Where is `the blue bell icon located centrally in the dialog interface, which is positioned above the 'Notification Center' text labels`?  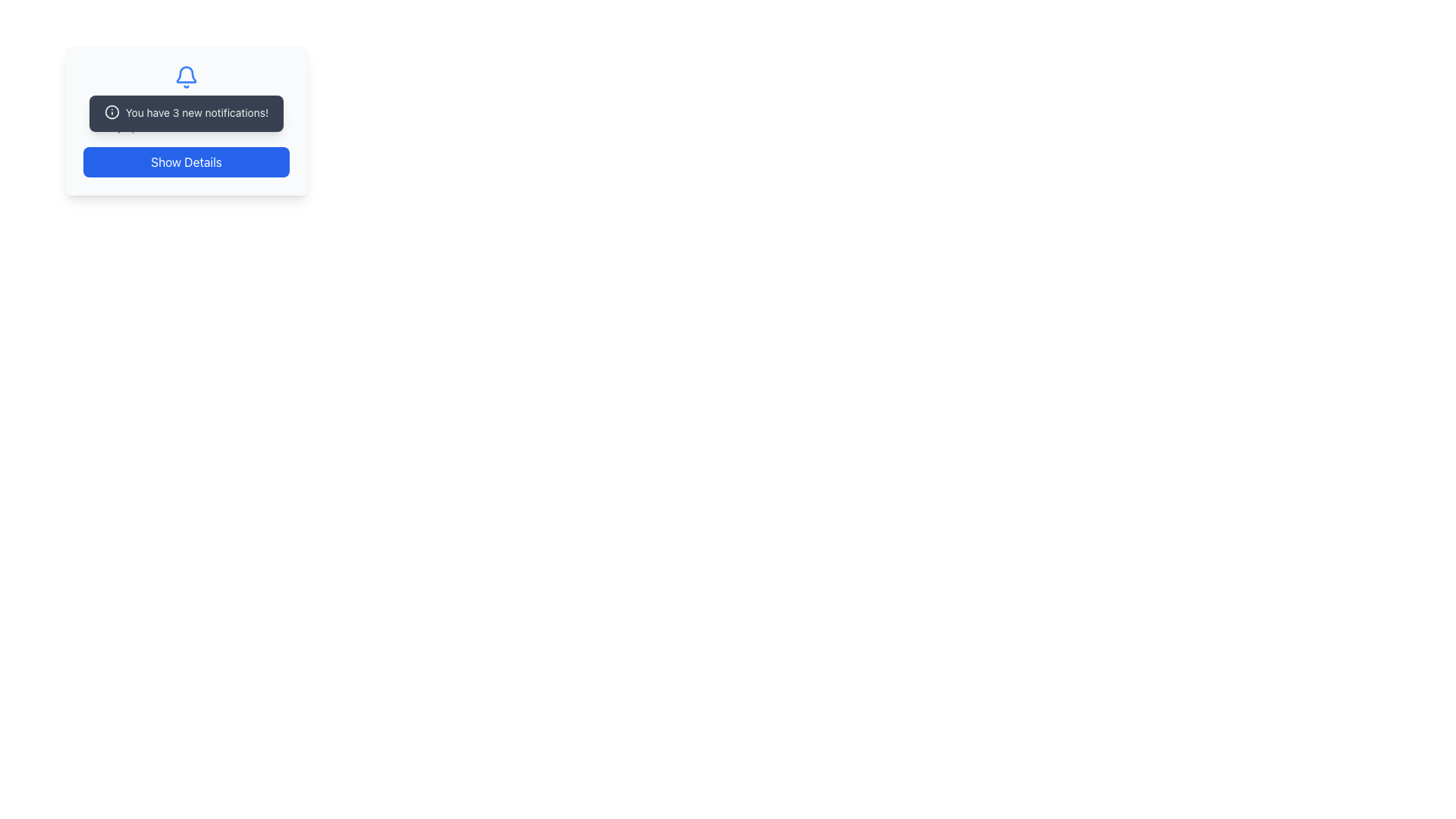
the blue bell icon located centrally in the dialog interface, which is positioned above the 'Notification Center' text labels is located at coordinates (185, 77).